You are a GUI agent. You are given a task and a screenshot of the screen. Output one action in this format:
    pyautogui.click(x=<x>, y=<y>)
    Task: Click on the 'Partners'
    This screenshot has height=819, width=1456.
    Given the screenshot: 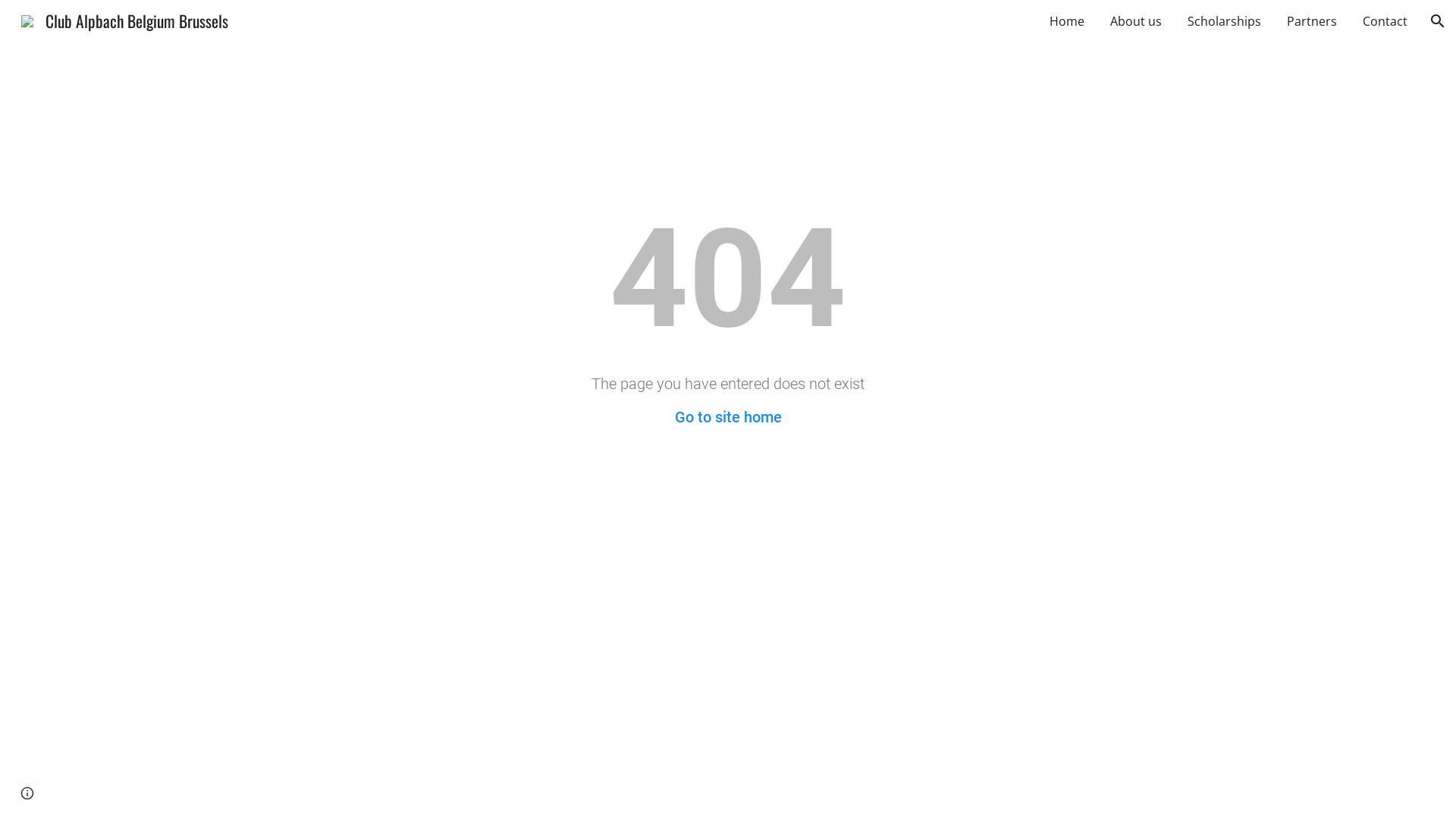 What is the action you would take?
    pyautogui.click(x=1310, y=20)
    